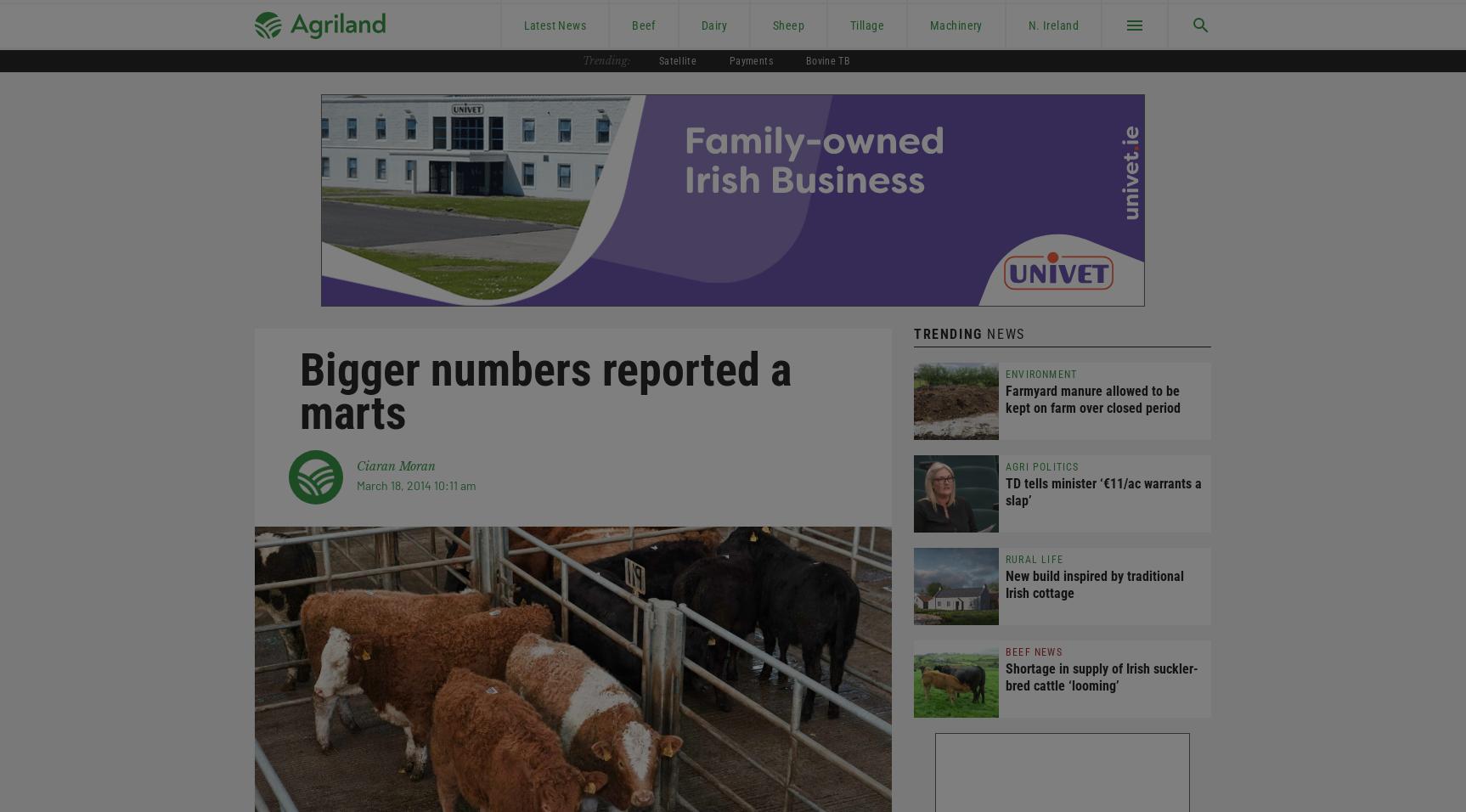 The image size is (1466, 812). I want to click on 'Bovine TB', so click(826, 59).